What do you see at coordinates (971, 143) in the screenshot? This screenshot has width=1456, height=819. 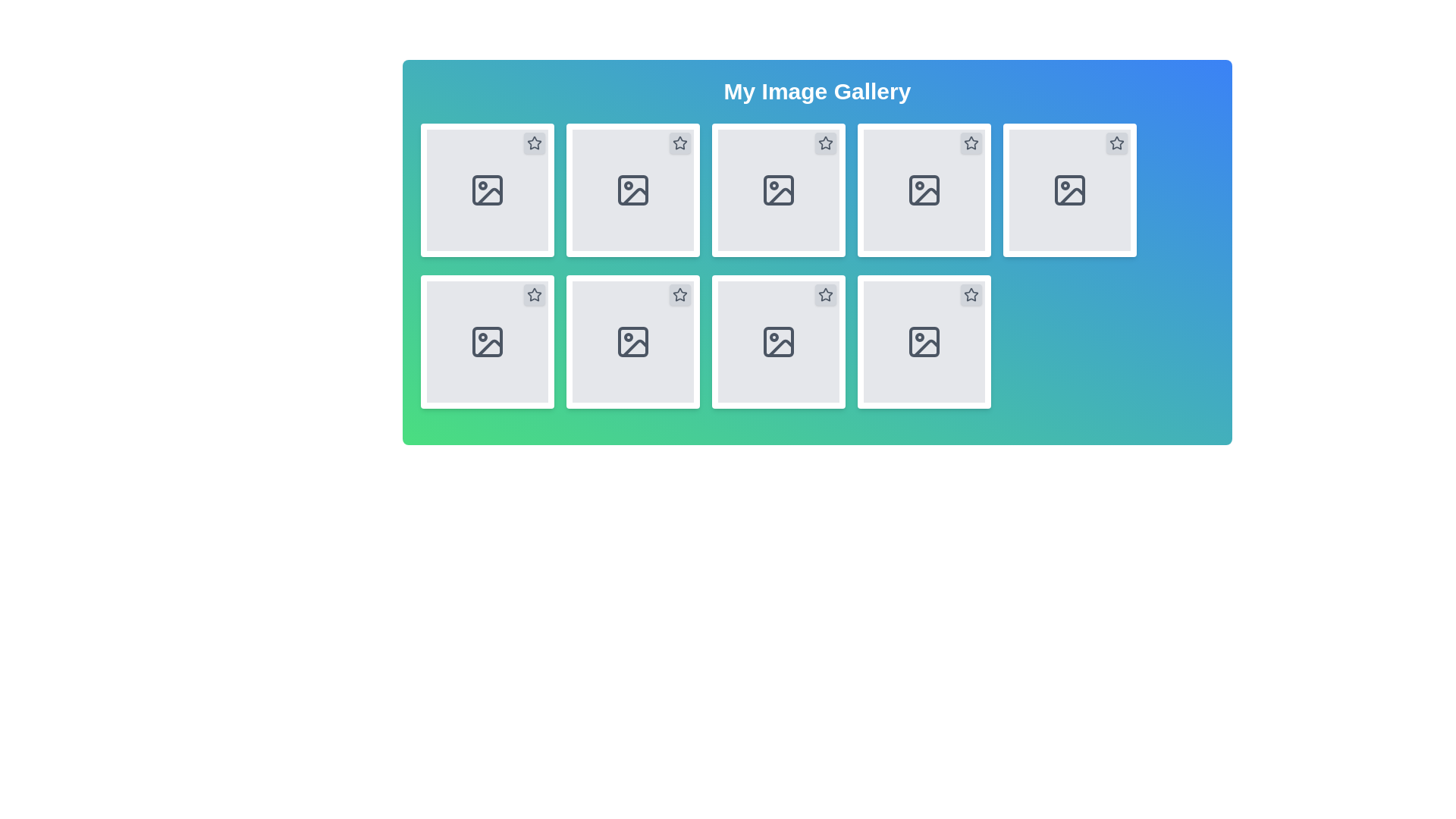 I see `the star icon button located in the top-right corner of the fourth card in the first row of the image gallery to mark the associated item as a favorite` at bounding box center [971, 143].